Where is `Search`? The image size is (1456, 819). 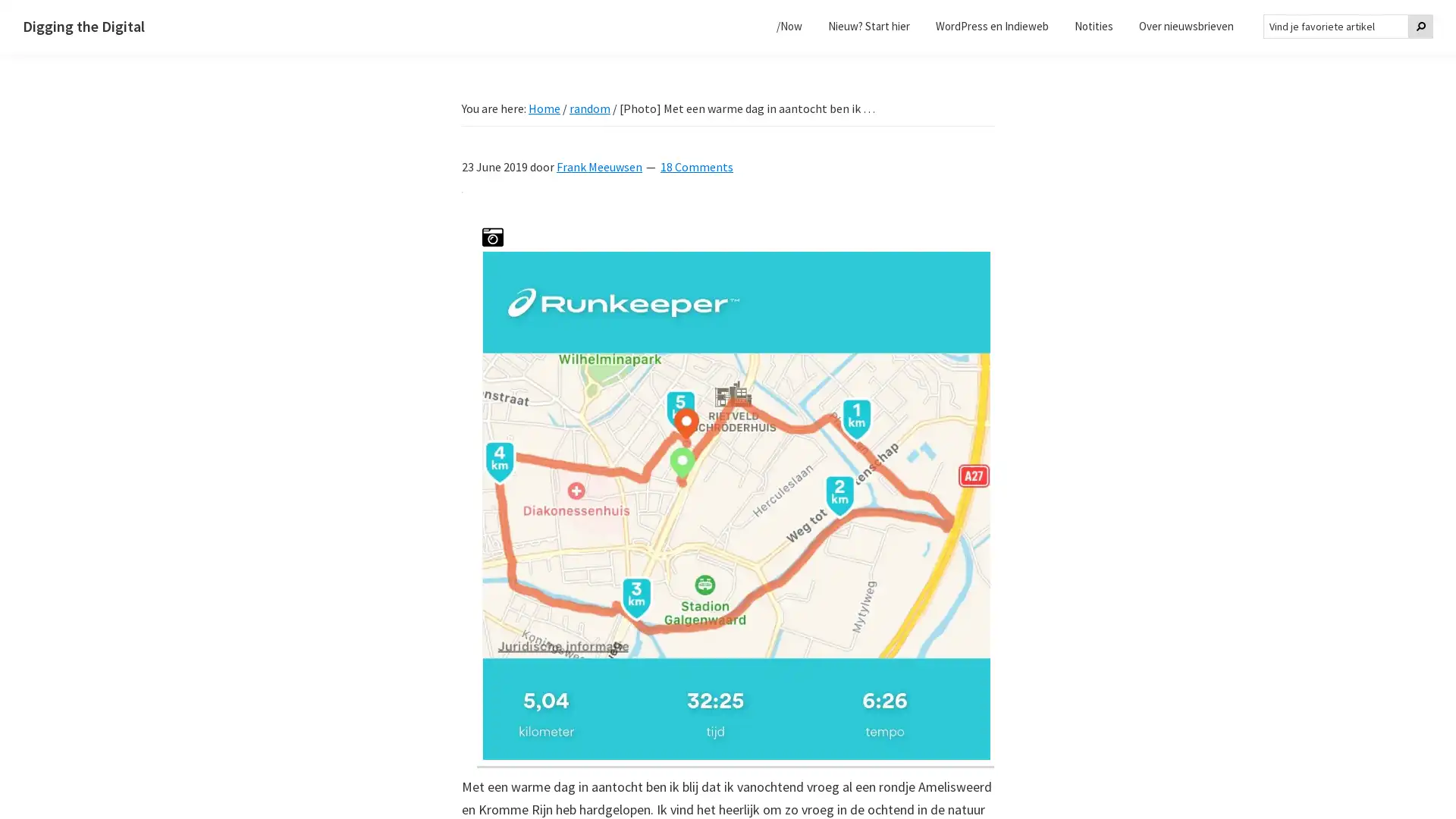 Search is located at coordinates (1420, 26).